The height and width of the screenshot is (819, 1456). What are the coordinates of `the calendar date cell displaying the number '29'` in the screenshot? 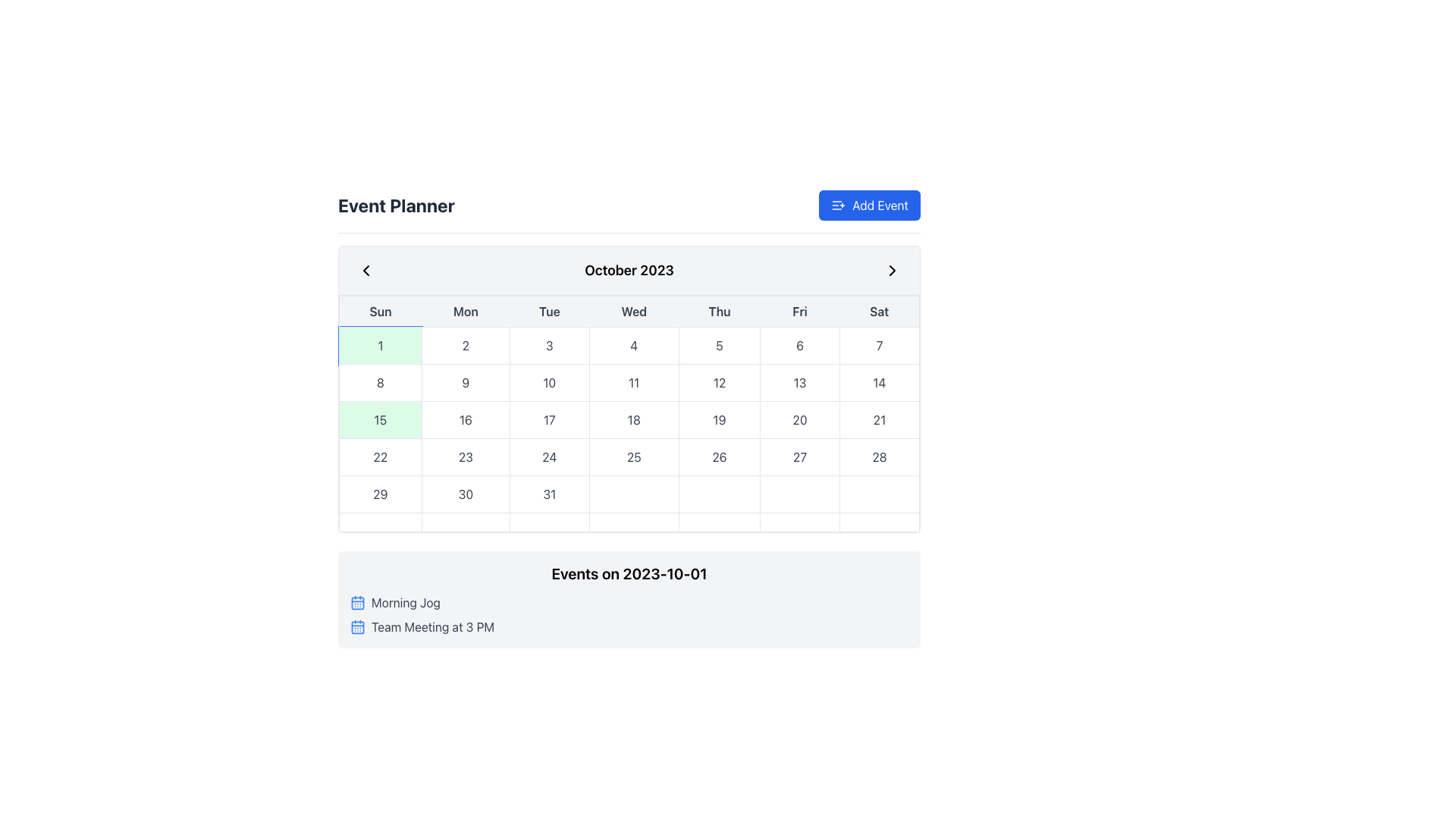 It's located at (380, 494).